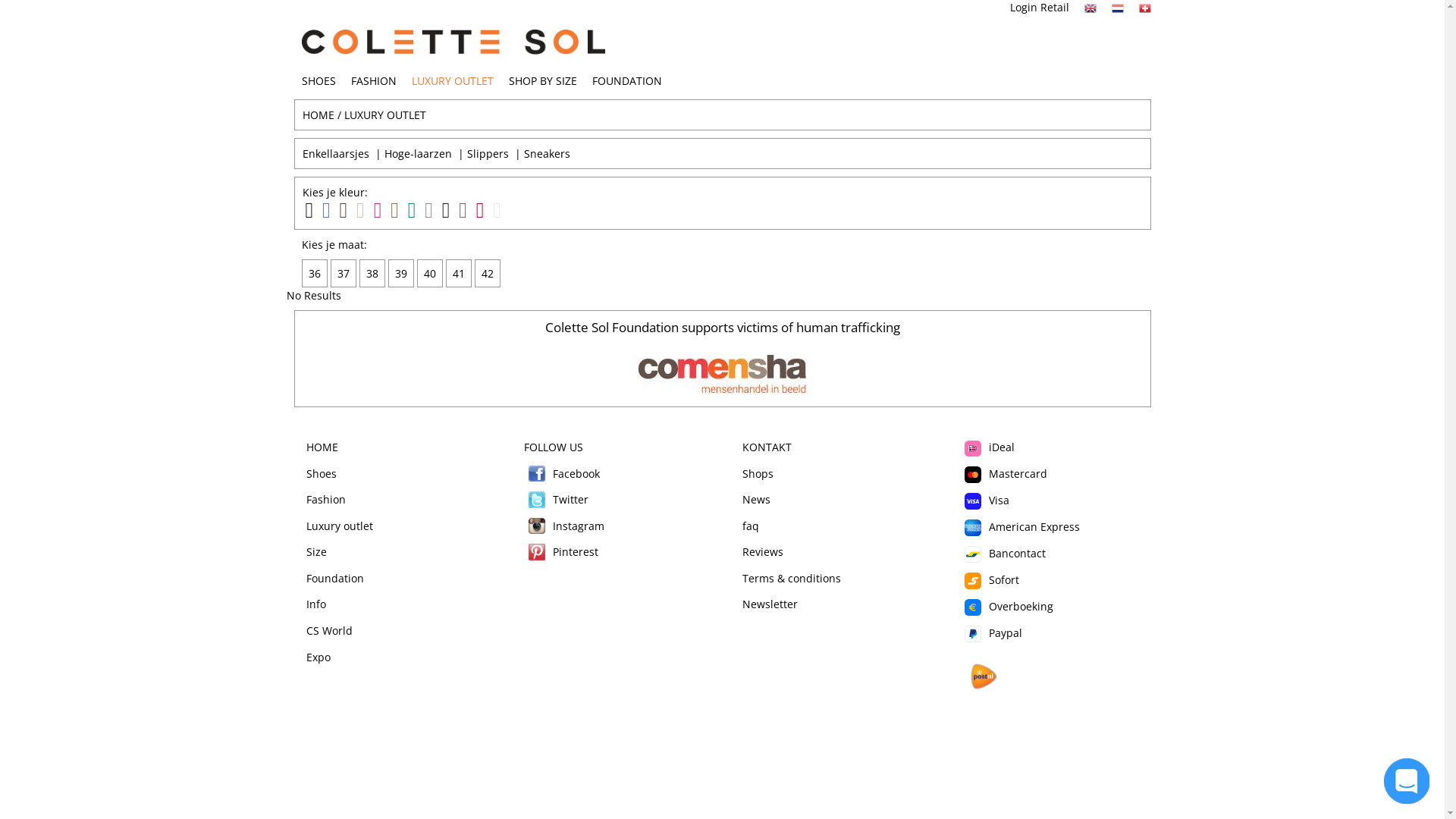 This screenshot has width=1456, height=819. I want to click on 'Shoes', so click(320, 472).